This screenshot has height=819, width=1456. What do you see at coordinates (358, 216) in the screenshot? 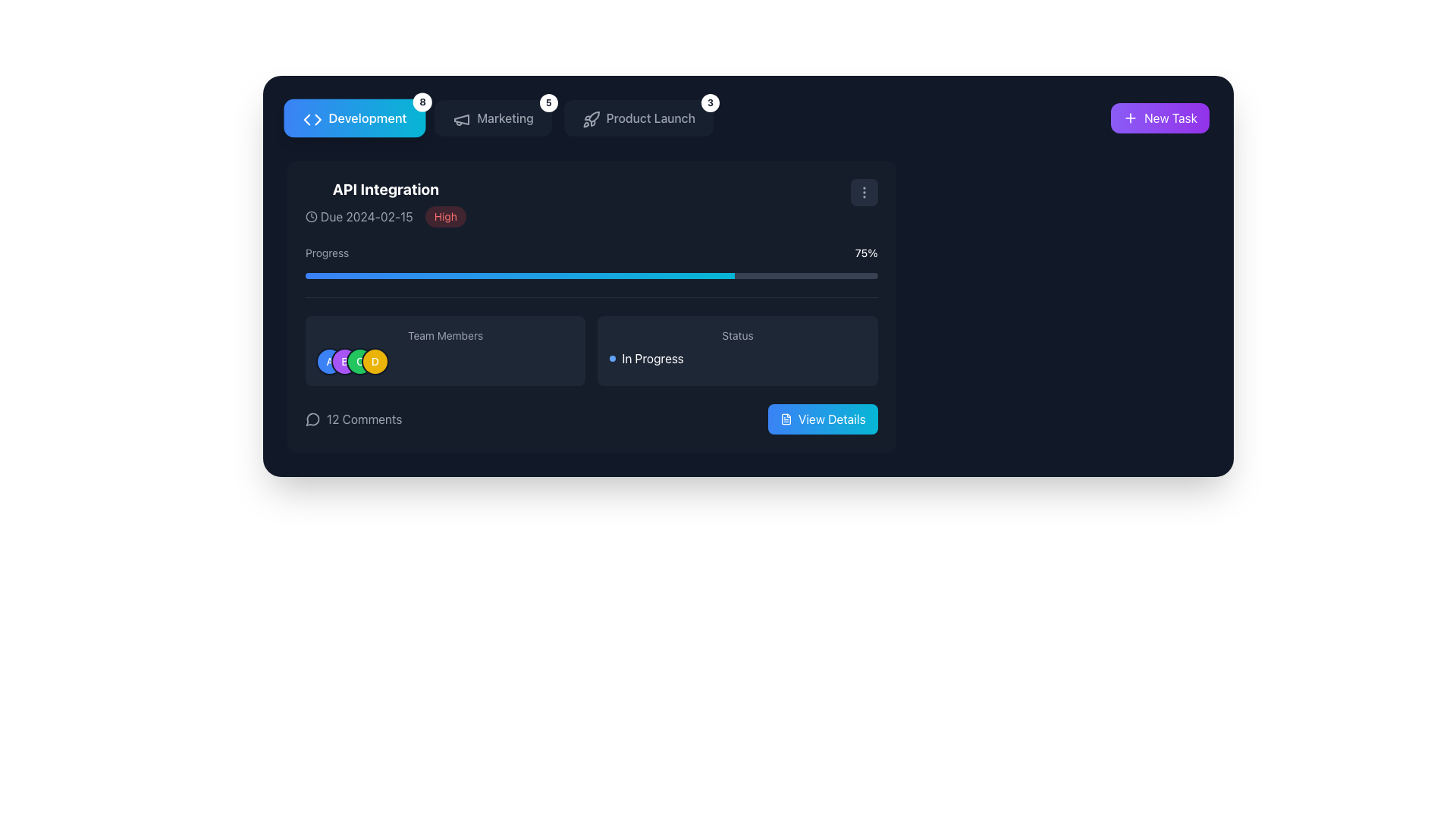
I see `the Informational Label displaying 'Due 2024-02-15' with a clock icon, located left of the 'High' element within the 'API Integration' card` at bounding box center [358, 216].